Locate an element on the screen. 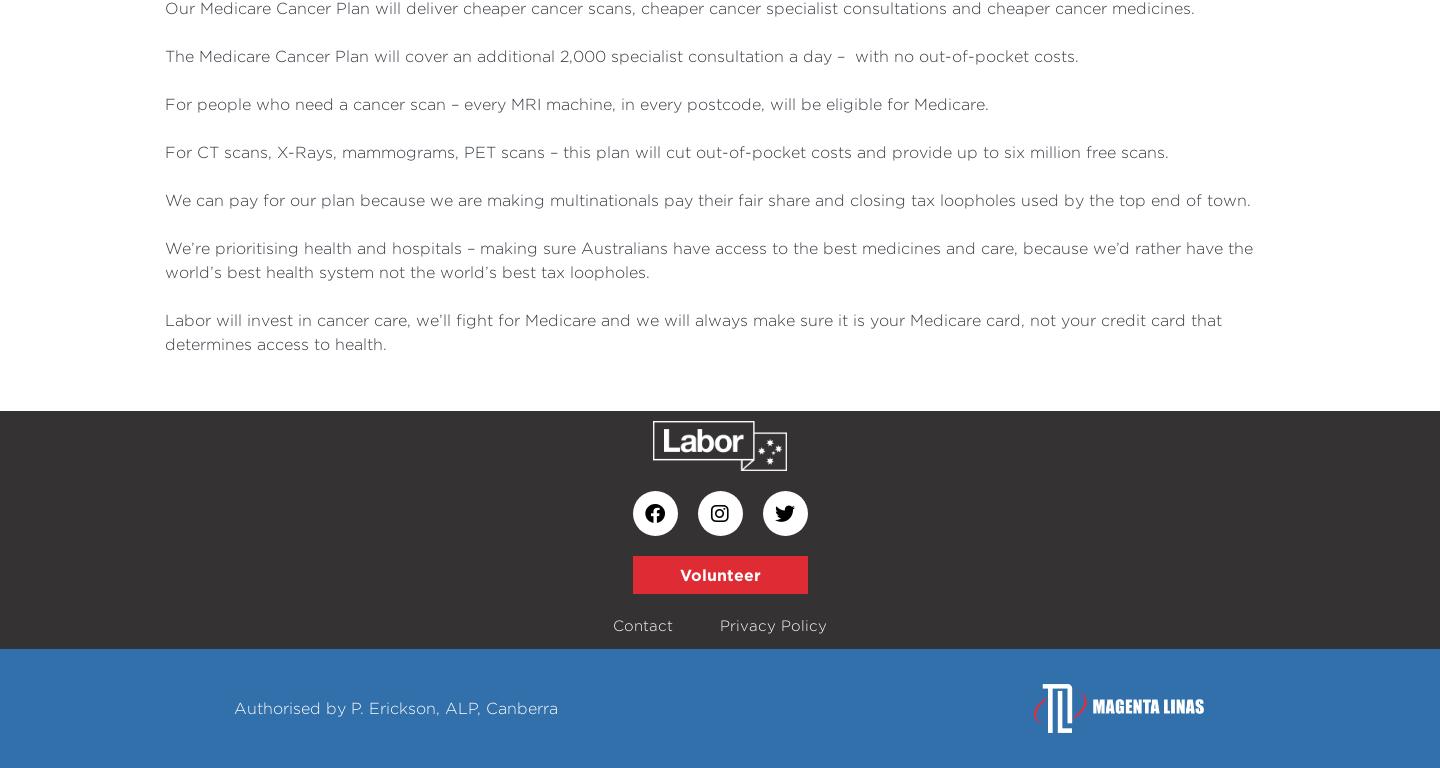 The width and height of the screenshot is (1440, 768). 'The Medicare Cancer Plan will cover an additional 2,000 specialist consultation a day –  with no out-of-pocket costs.' is located at coordinates (623, 55).